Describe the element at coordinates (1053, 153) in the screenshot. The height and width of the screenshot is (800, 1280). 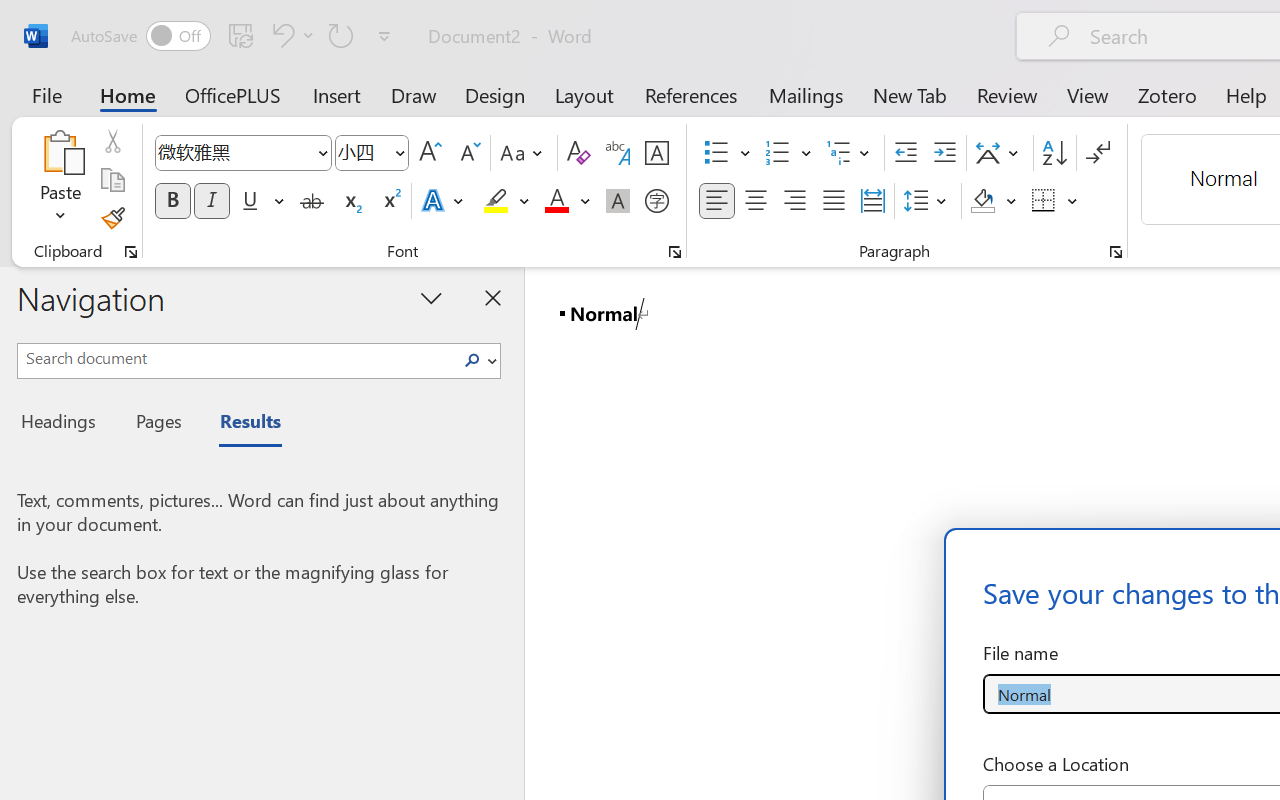
I see `'Sort...'` at that location.